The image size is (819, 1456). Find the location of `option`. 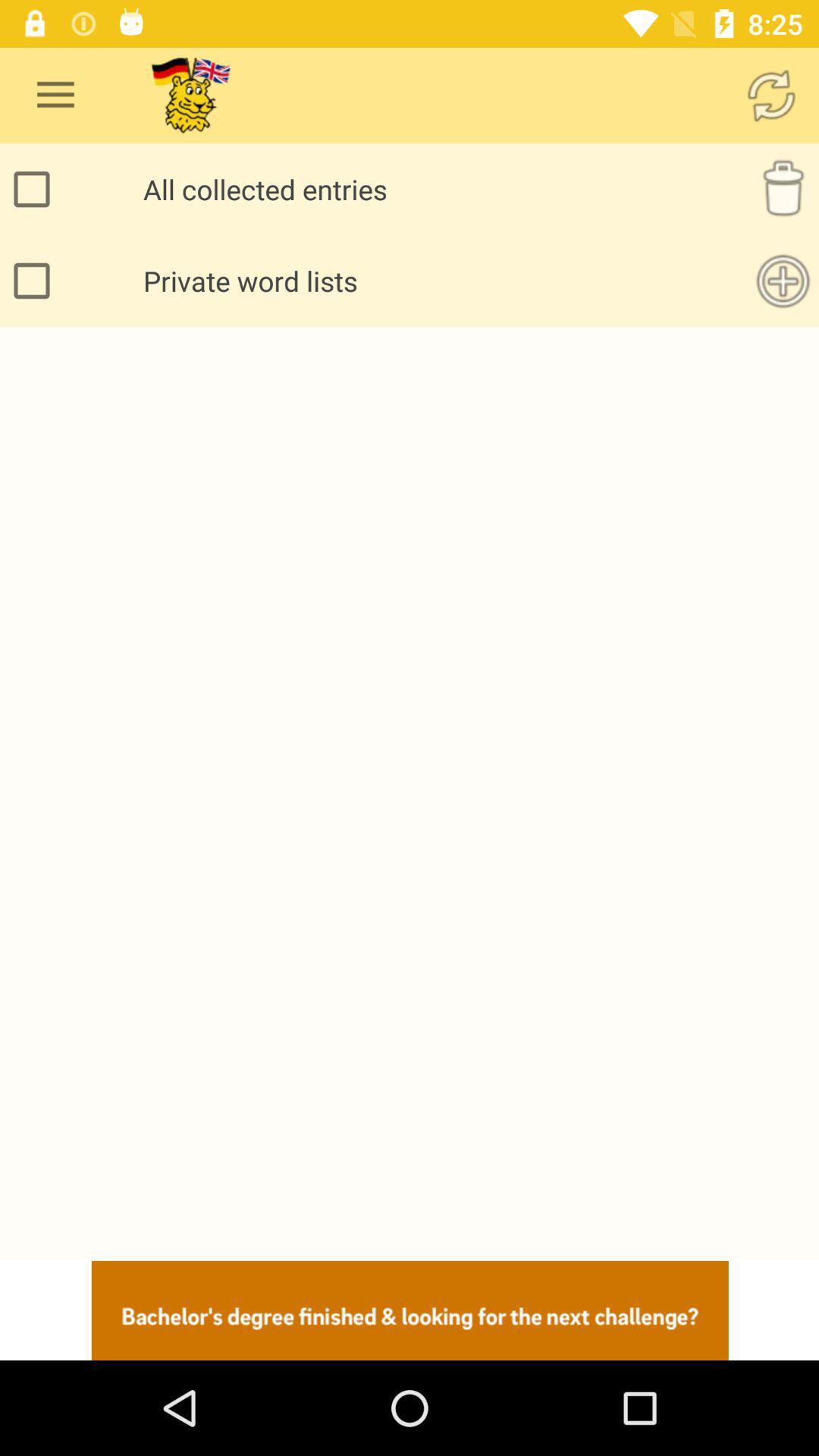

option is located at coordinates (783, 281).